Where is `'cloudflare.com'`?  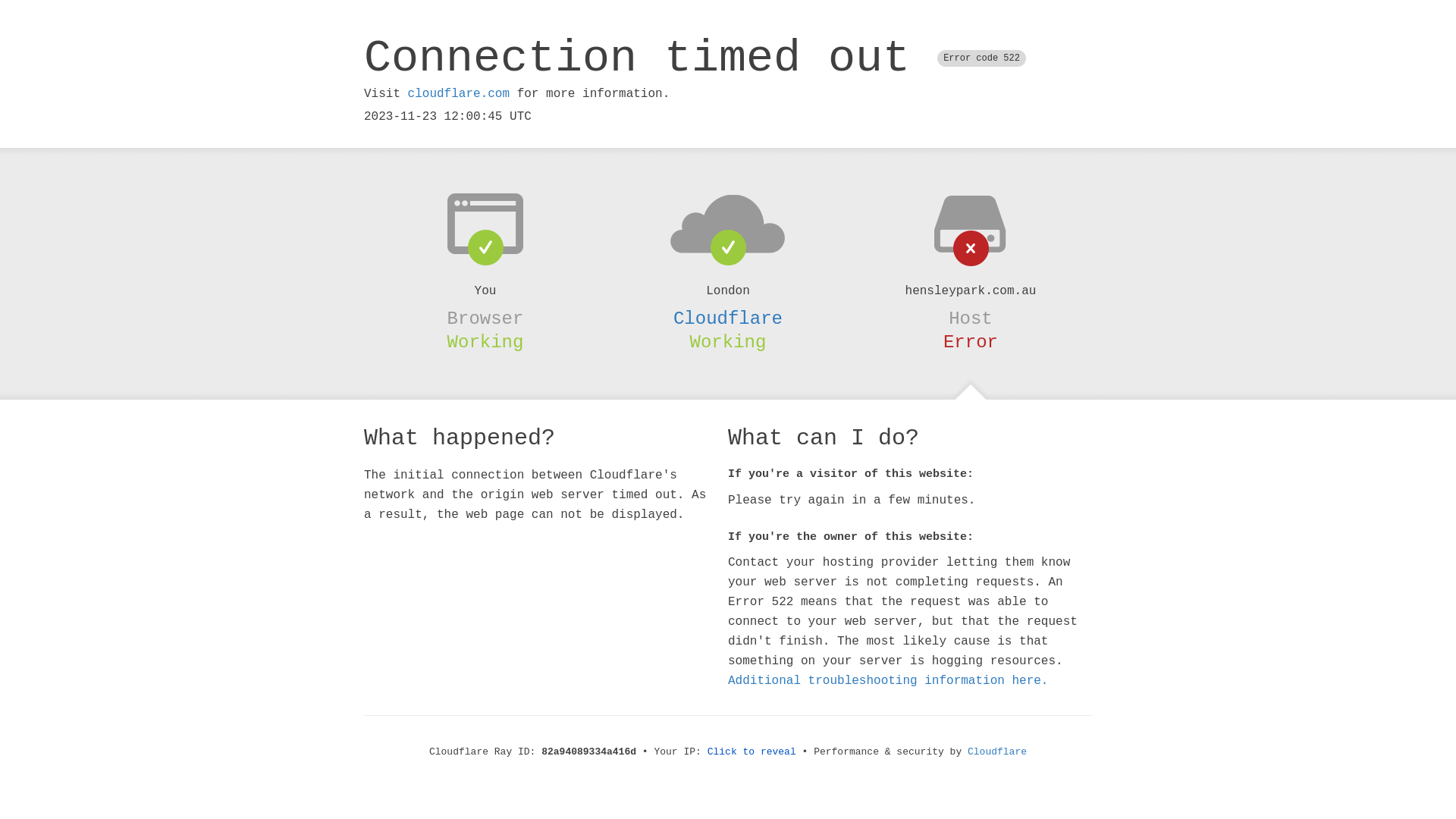 'cloudflare.com' is located at coordinates (457, 93).